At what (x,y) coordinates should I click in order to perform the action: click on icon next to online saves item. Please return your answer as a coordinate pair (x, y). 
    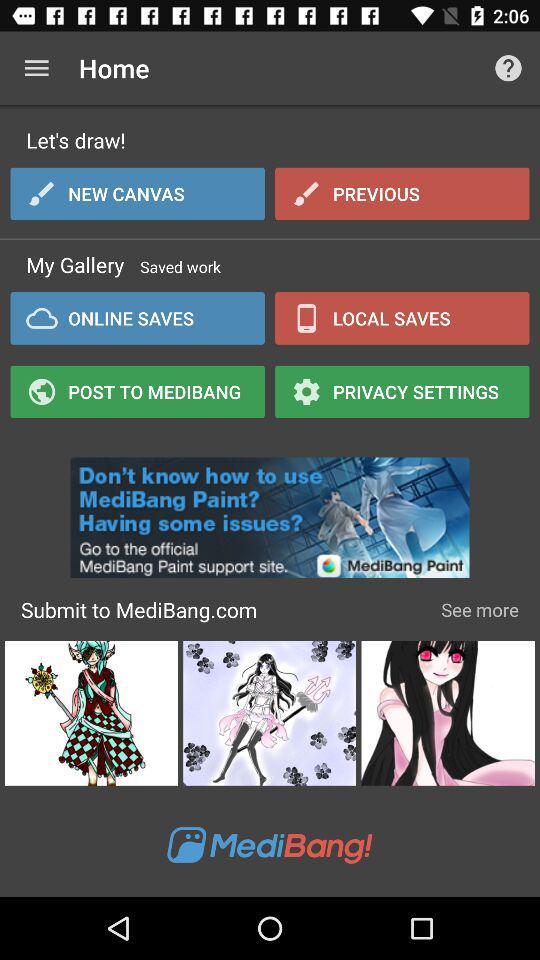
    Looking at the image, I should click on (402, 390).